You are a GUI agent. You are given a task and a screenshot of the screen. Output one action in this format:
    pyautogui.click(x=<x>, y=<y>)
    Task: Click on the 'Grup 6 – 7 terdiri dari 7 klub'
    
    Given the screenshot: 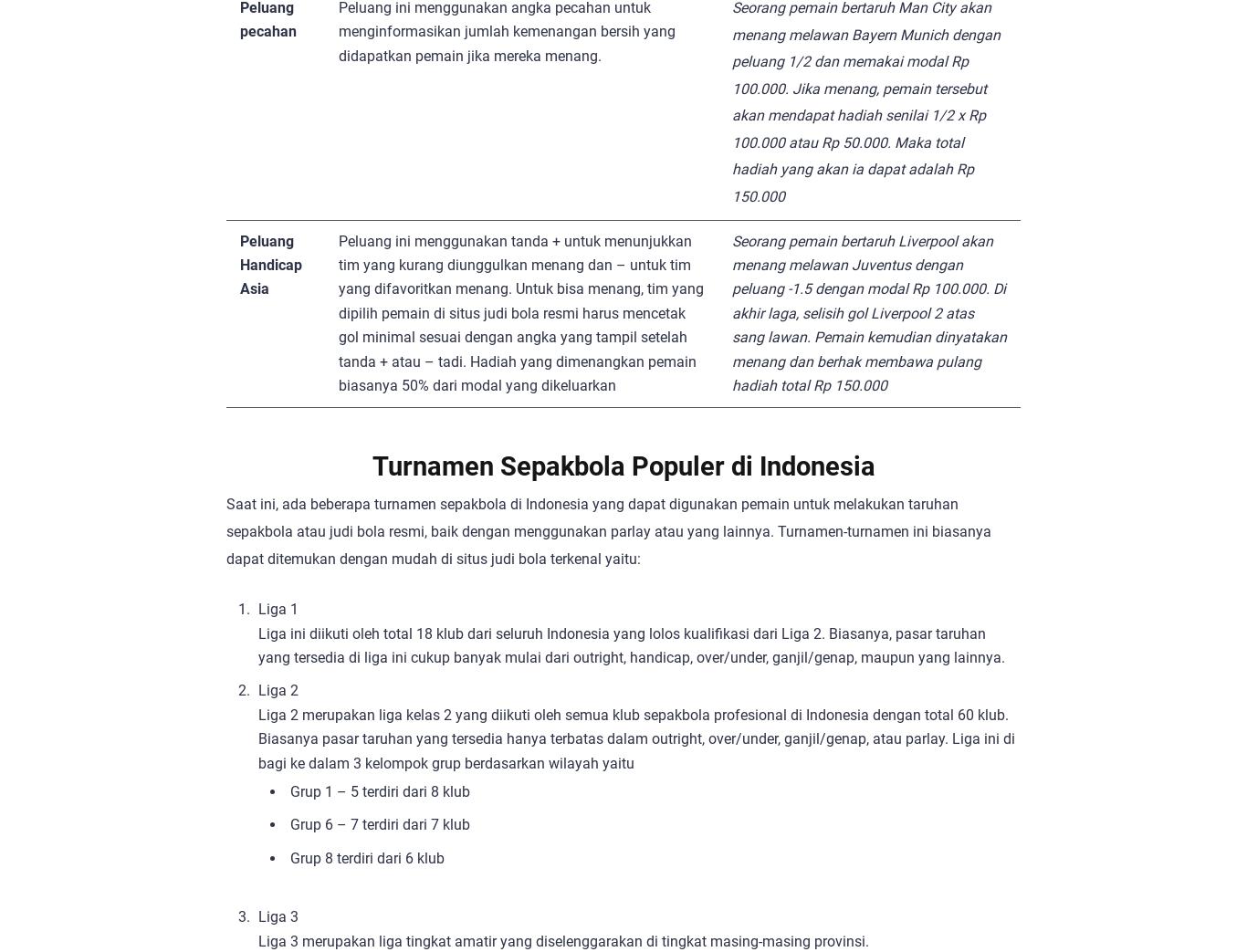 What is the action you would take?
    pyautogui.click(x=379, y=823)
    